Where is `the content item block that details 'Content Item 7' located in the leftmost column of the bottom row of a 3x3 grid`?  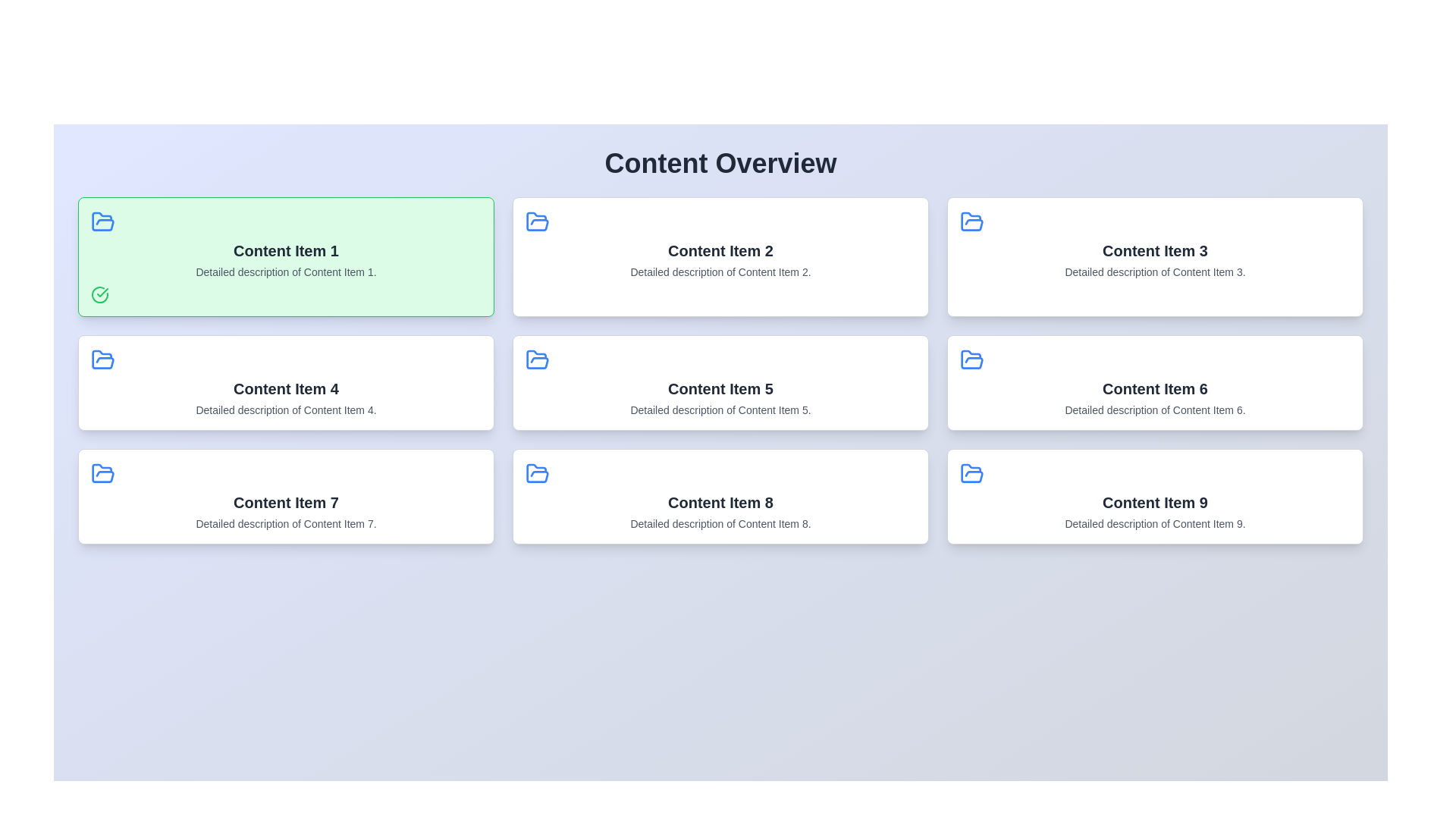 the content item block that details 'Content Item 7' located in the leftmost column of the bottom row of a 3x3 grid is located at coordinates (286, 497).